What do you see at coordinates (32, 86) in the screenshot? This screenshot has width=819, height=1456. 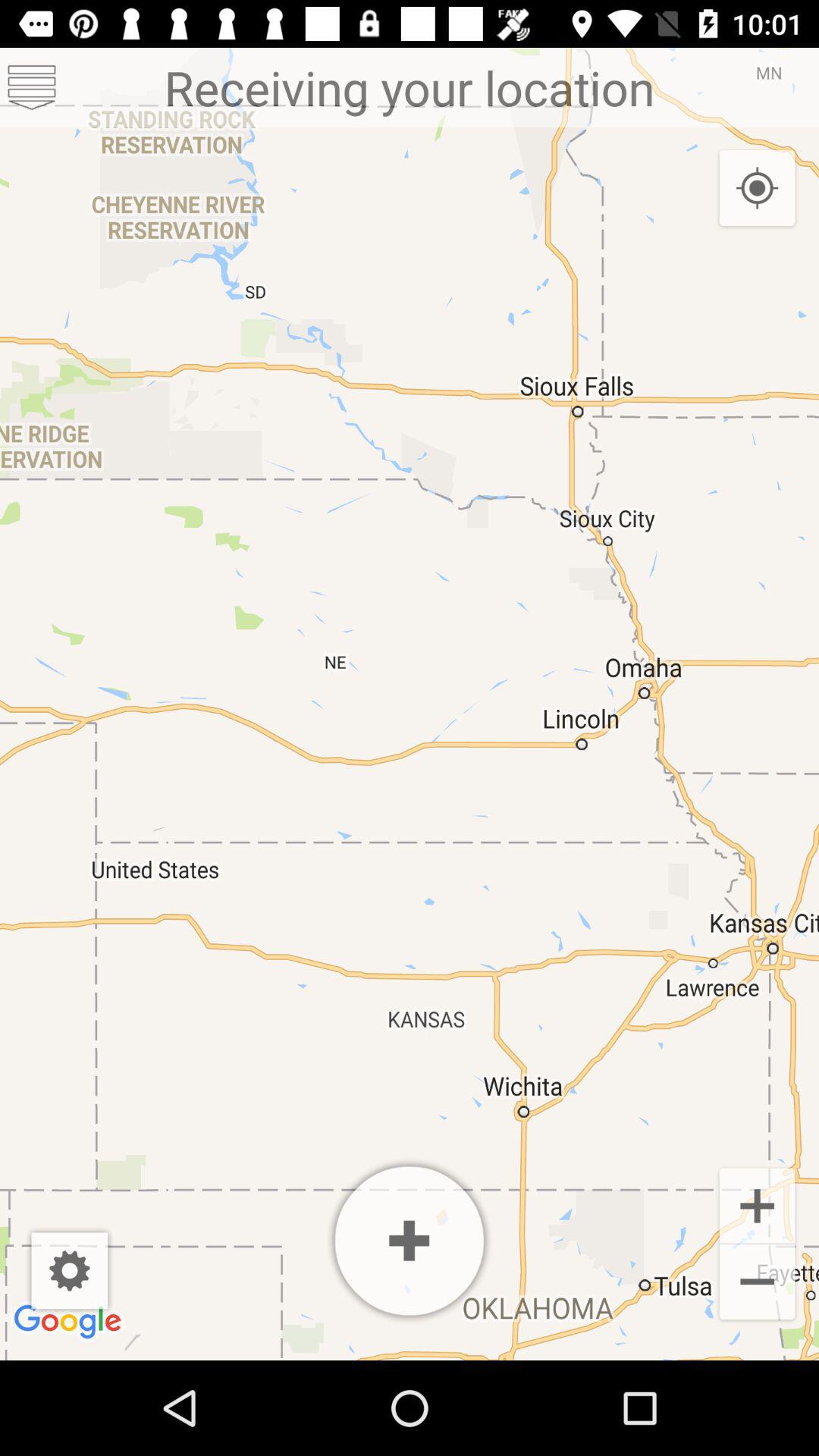 I see `item at the top left corner` at bounding box center [32, 86].